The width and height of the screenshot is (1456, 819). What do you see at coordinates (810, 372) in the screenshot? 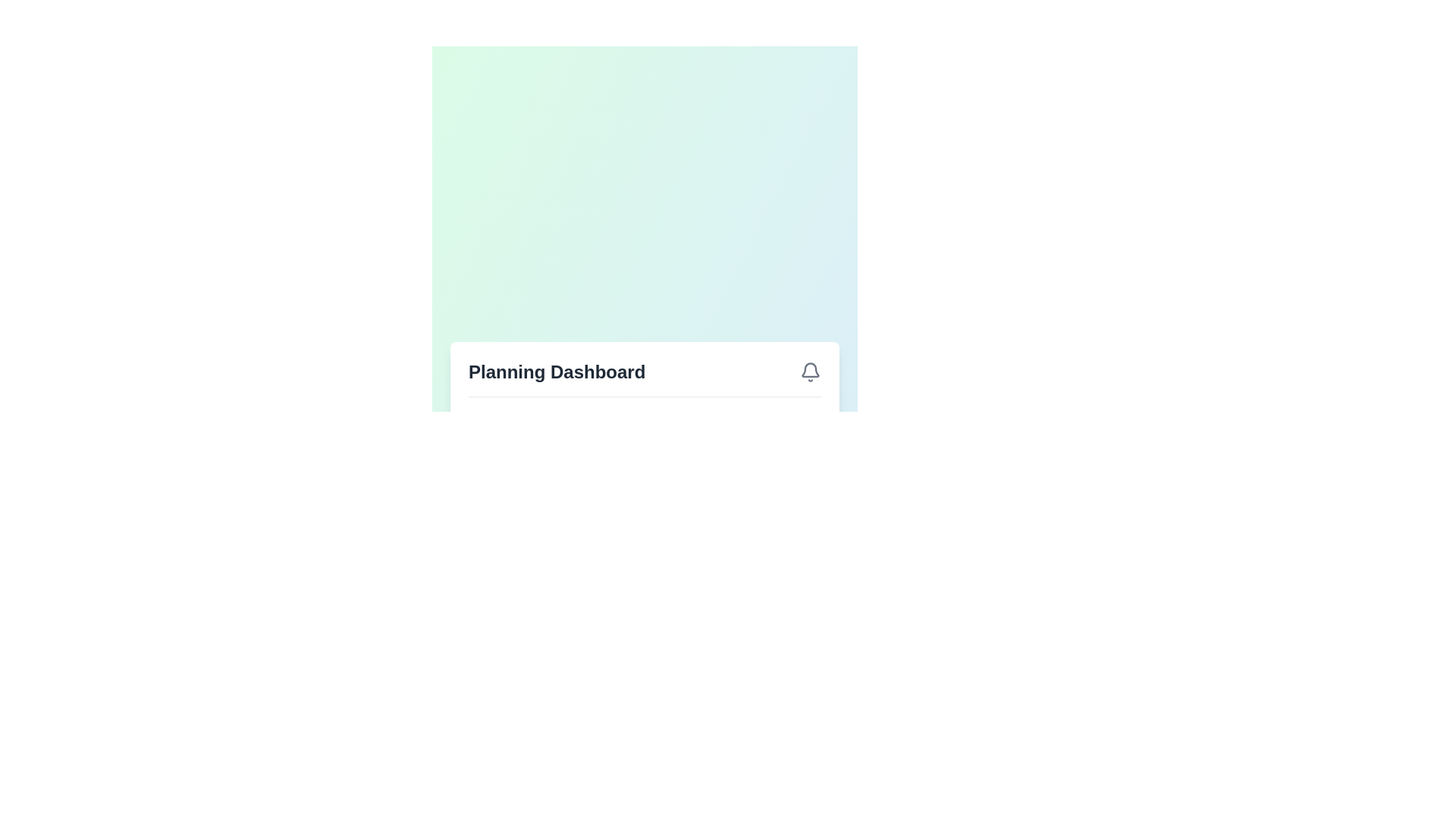
I see `the bell icon representing notifications, located in the header section titled 'Planning Dashboard'` at bounding box center [810, 372].